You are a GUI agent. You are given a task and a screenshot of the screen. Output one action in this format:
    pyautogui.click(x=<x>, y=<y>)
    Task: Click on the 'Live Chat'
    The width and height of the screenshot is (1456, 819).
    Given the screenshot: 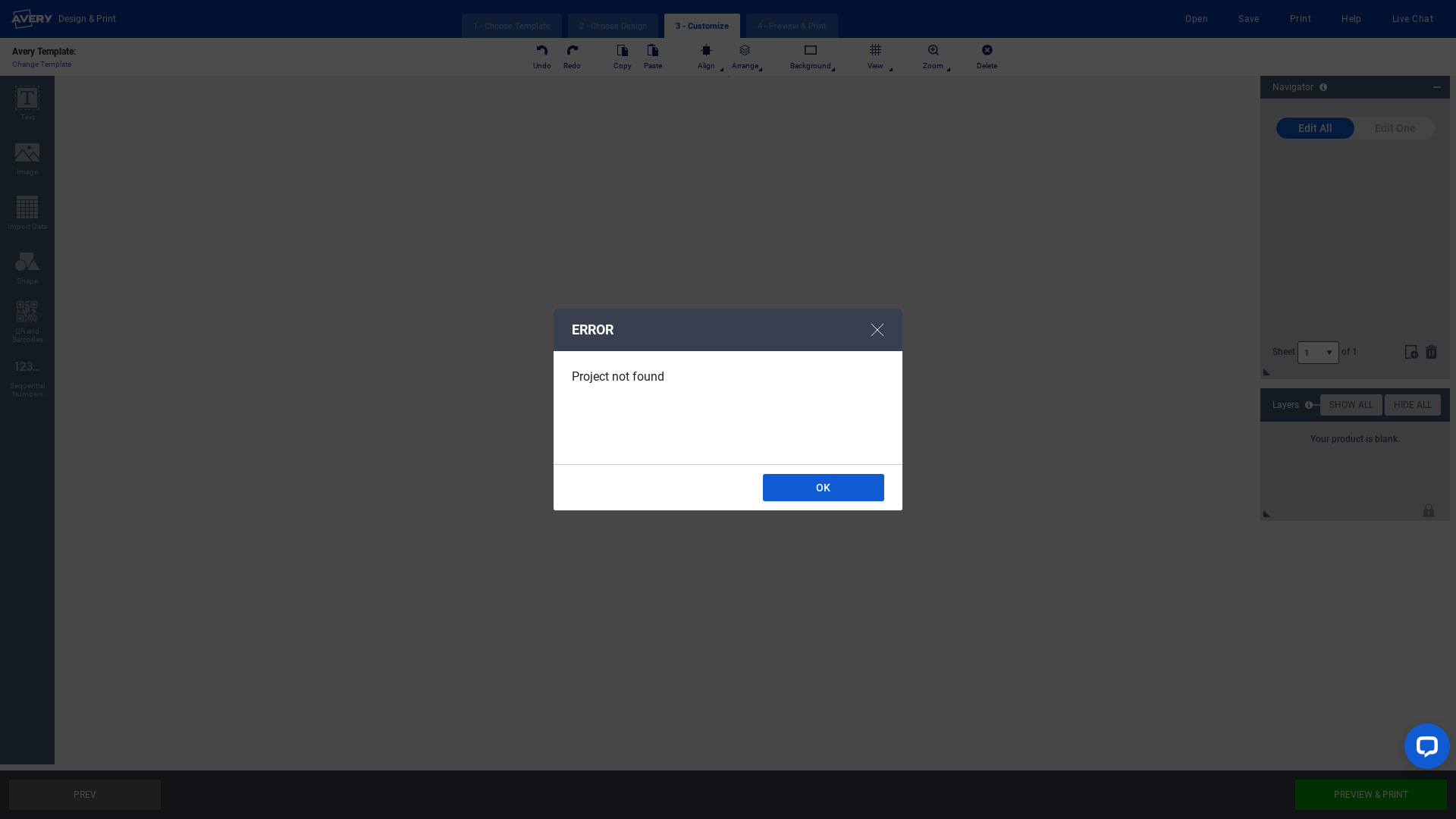 What is the action you would take?
    pyautogui.click(x=1392, y=18)
    